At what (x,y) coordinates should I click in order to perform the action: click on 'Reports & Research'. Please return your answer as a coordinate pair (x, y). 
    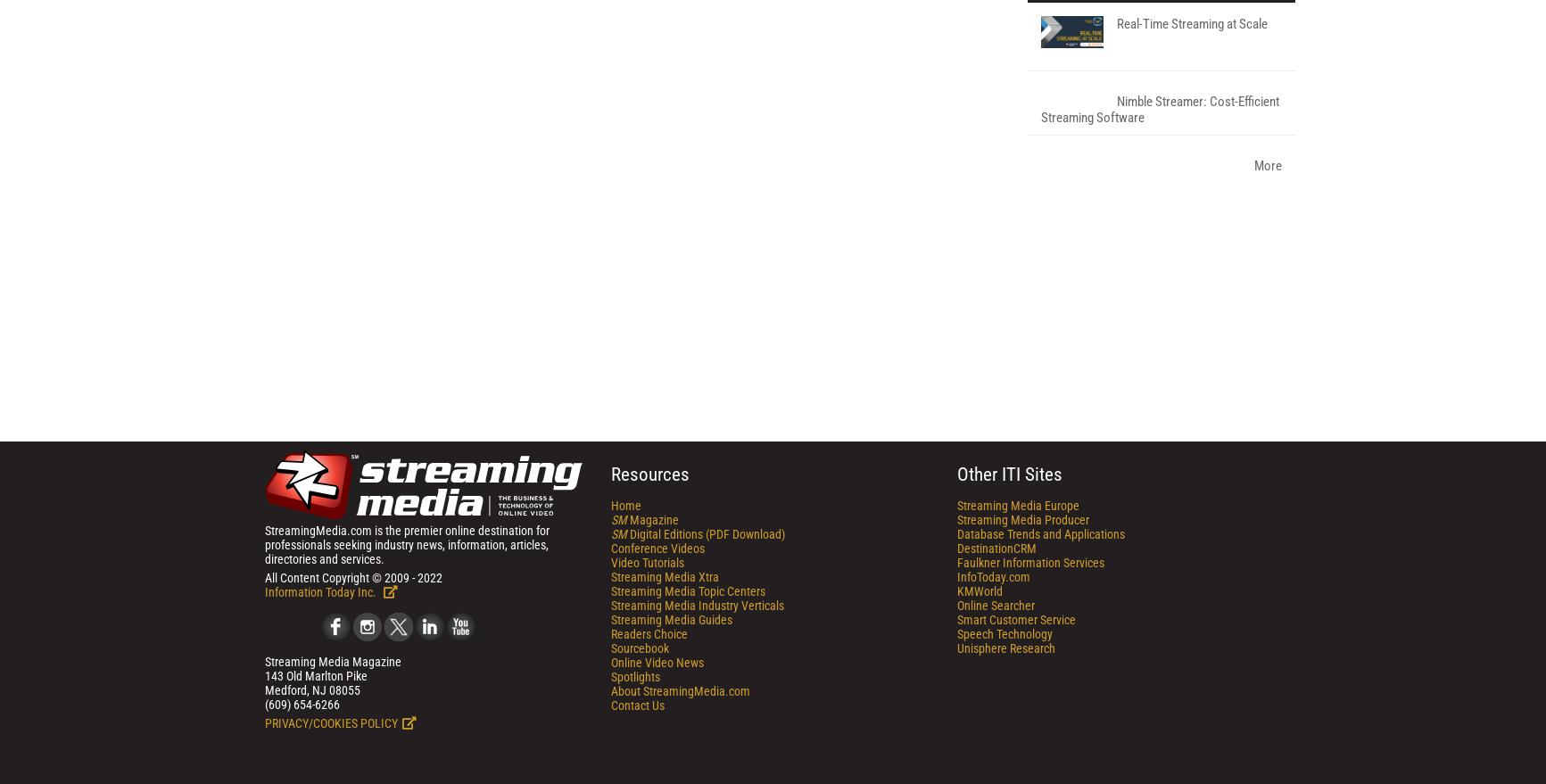
    Looking at the image, I should click on (1124, 214).